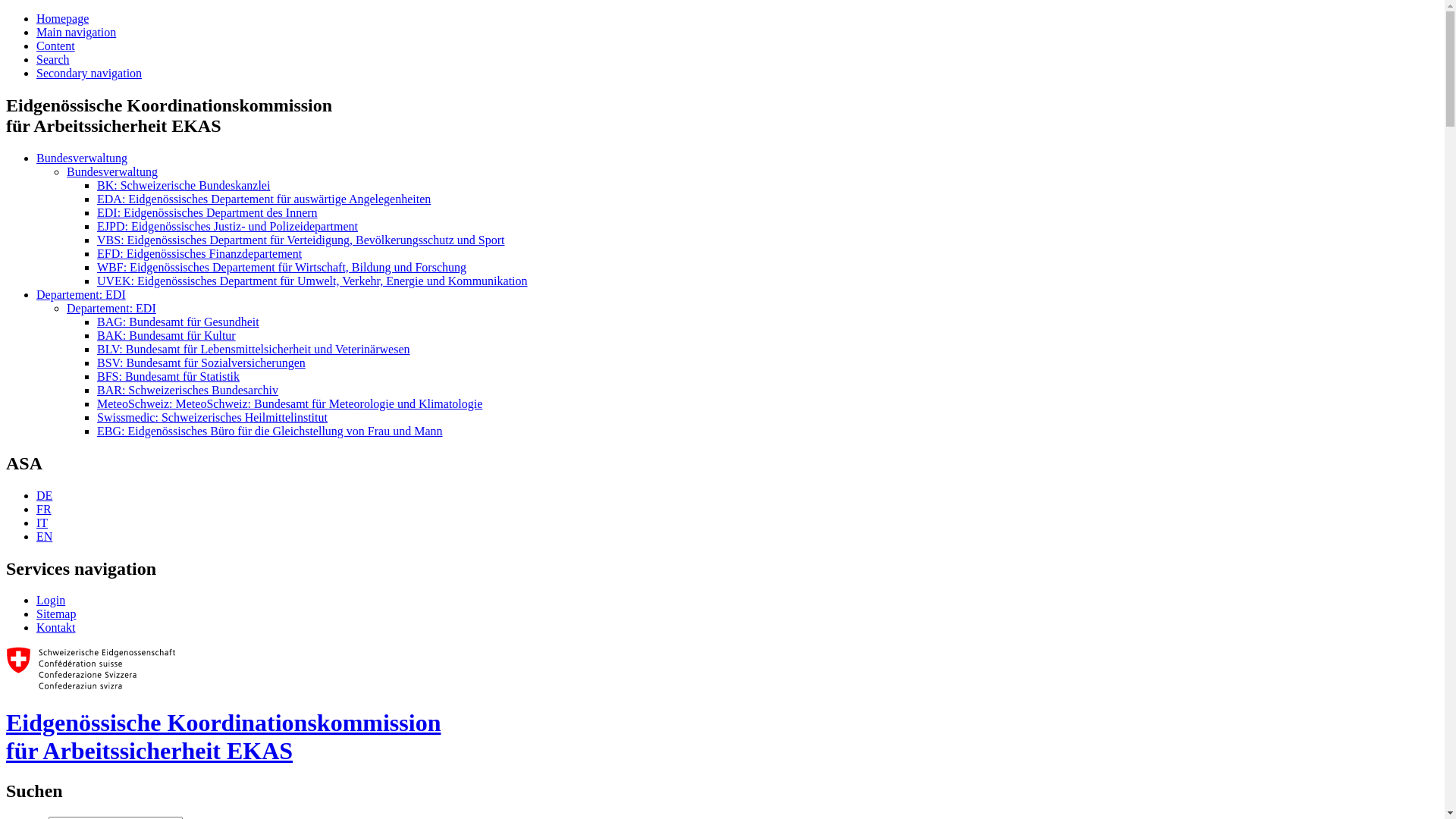 The height and width of the screenshot is (819, 1456). What do you see at coordinates (44, 535) in the screenshot?
I see `'EN'` at bounding box center [44, 535].